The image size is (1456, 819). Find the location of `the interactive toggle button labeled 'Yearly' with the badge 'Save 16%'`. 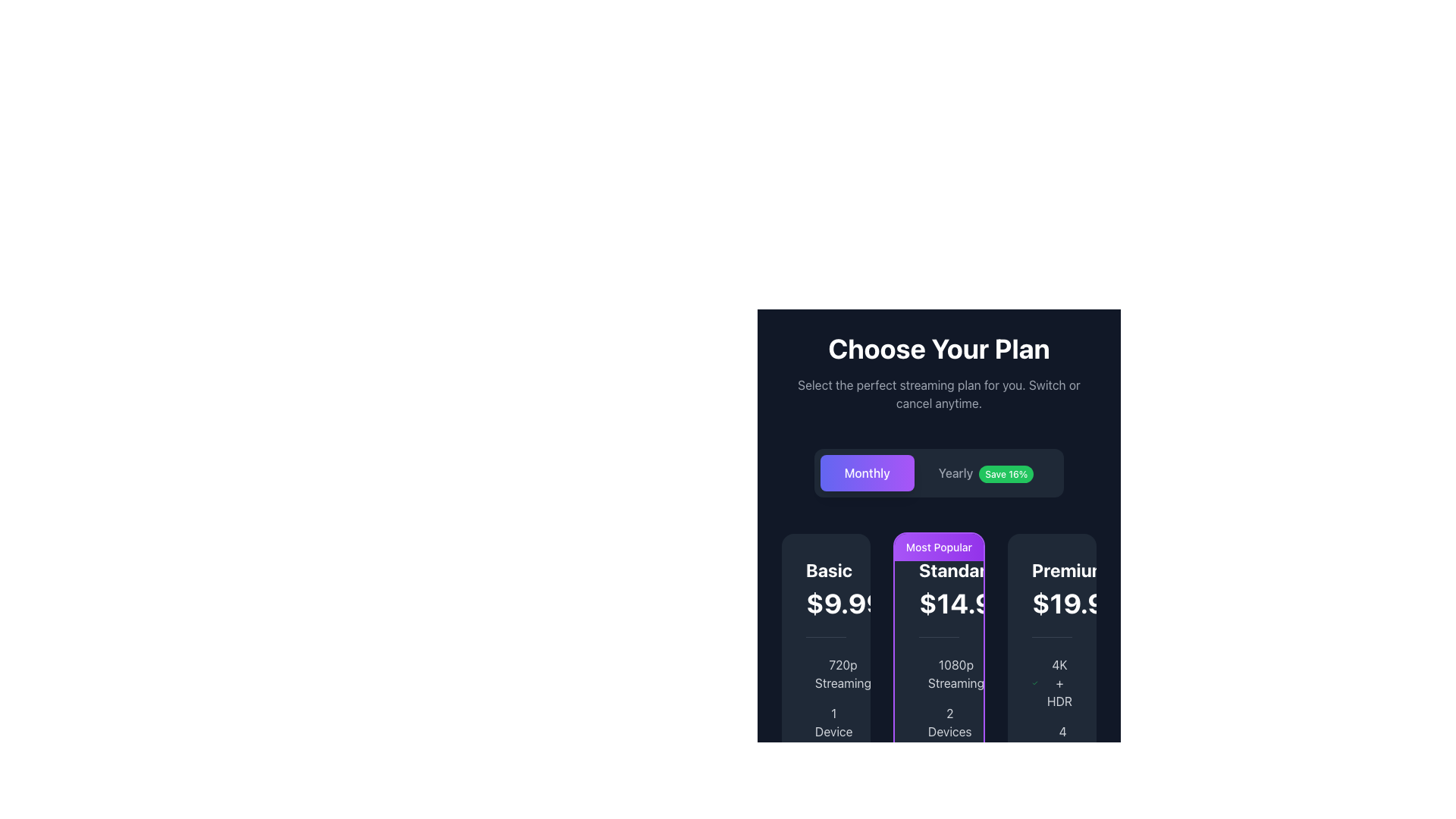

the interactive toggle button labeled 'Yearly' with the badge 'Save 16%' is located at coordinates (986, 472).